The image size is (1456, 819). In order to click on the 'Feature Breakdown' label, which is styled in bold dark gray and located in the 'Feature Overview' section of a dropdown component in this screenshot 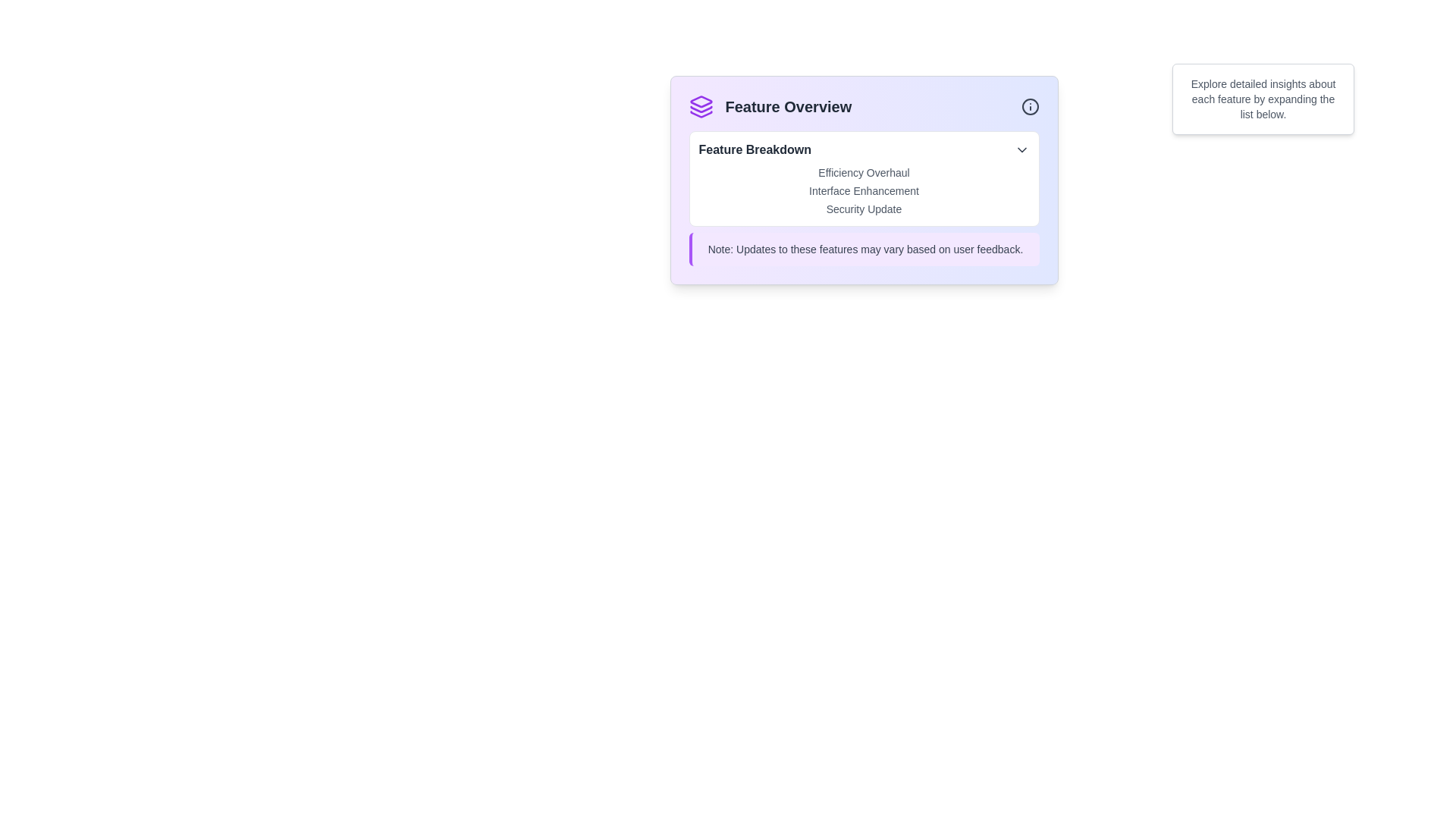, I will do `click(755, 149)`.